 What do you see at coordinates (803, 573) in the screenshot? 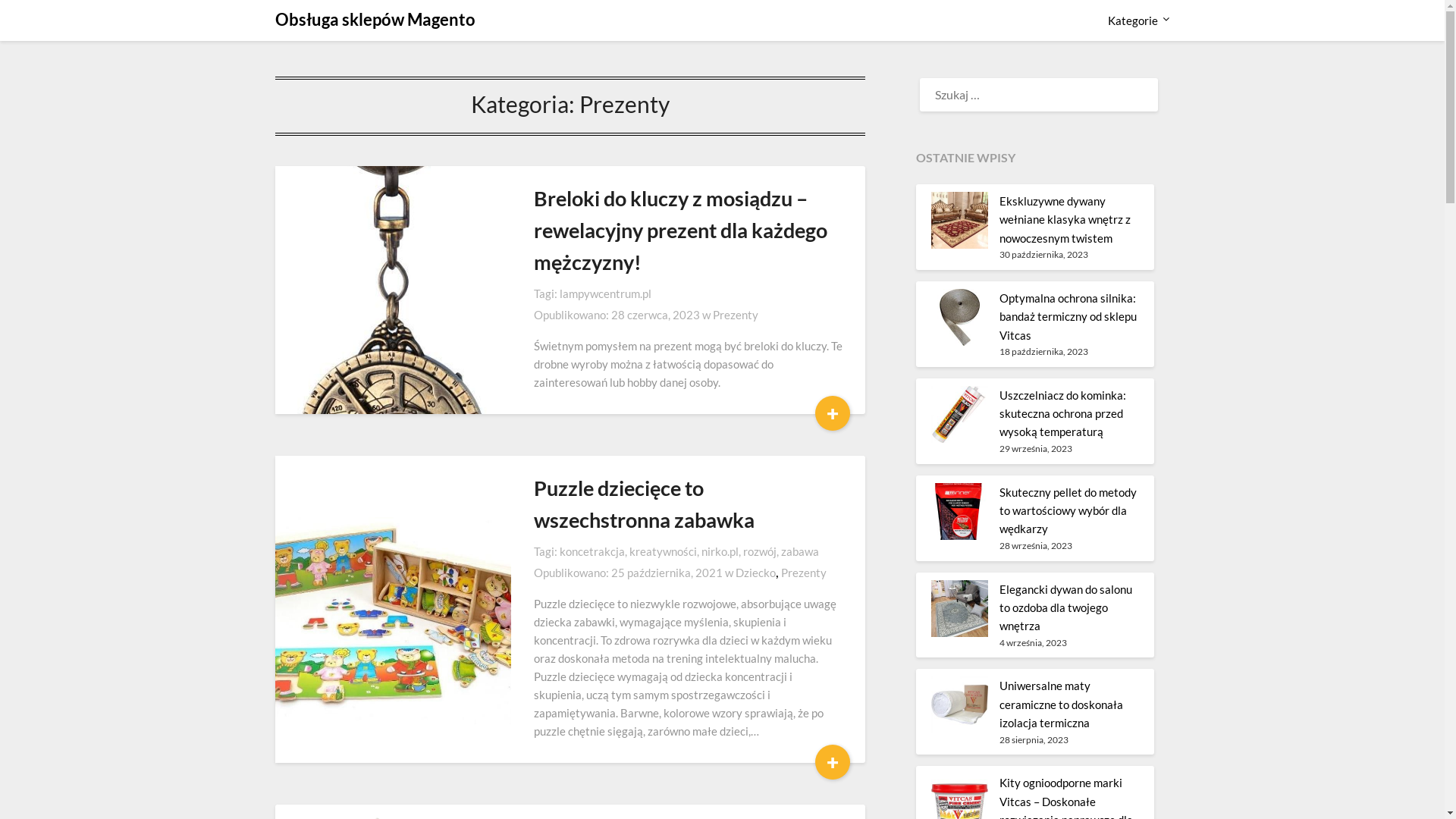
I see `'Prezenty'` at bounding box center [803, 573].